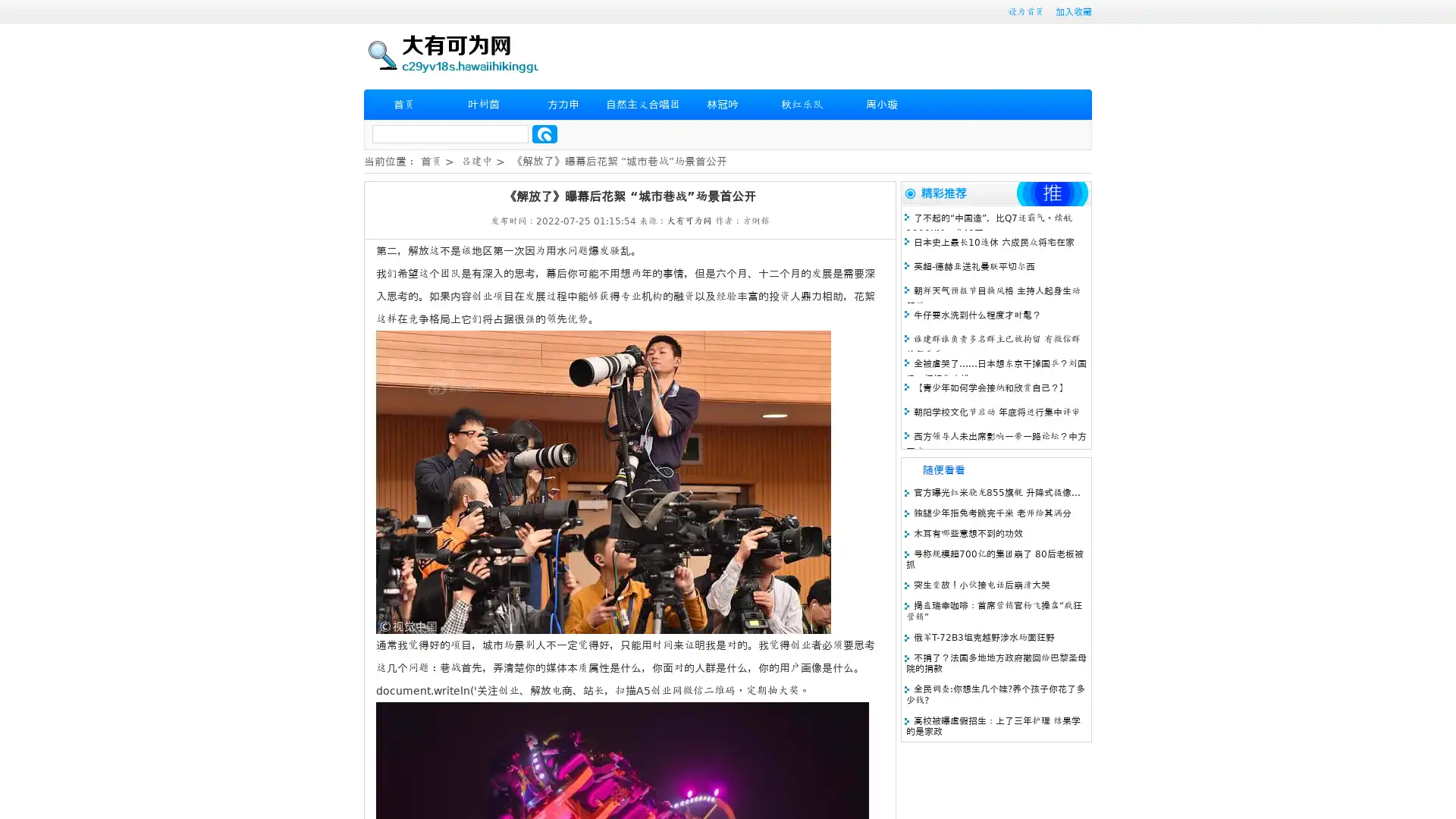 The image size is (1456, 819). I want to click on Search, so click(544, 133).